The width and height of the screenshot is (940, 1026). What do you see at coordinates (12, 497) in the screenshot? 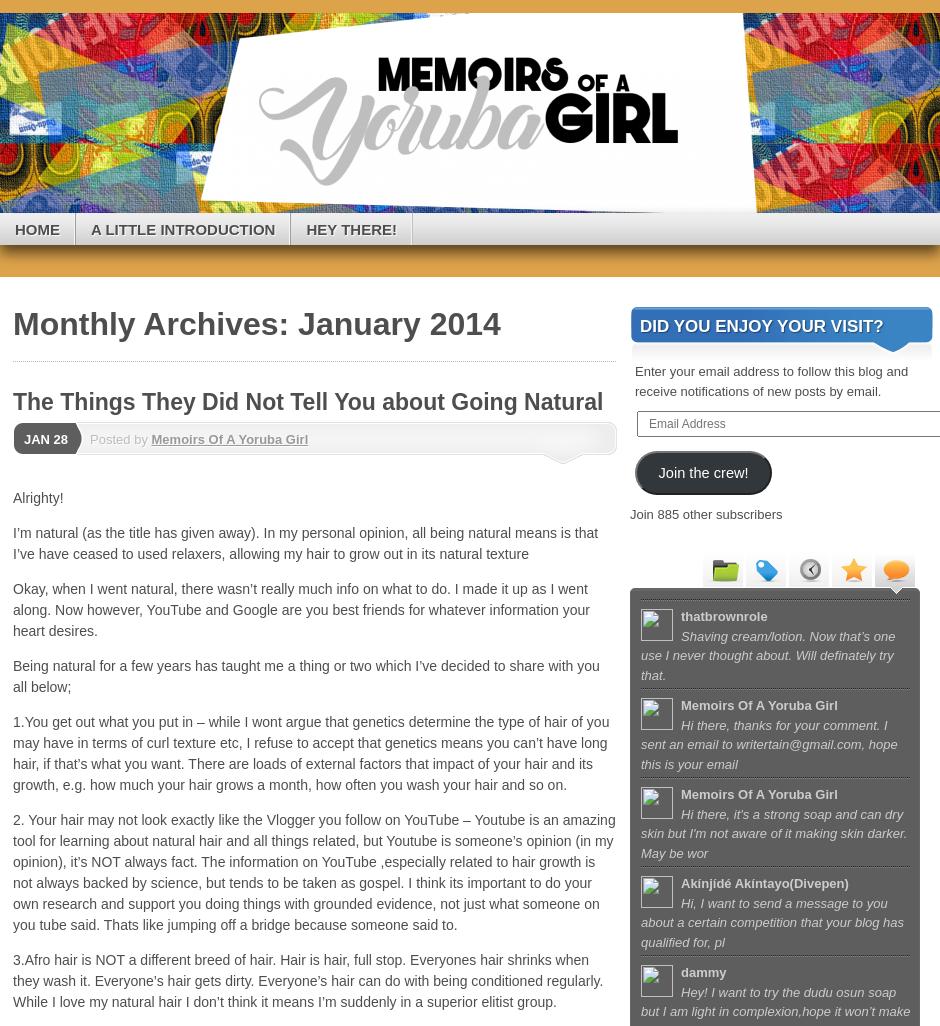
I see `'Alrighty!'` at bounding box center [12, 497].